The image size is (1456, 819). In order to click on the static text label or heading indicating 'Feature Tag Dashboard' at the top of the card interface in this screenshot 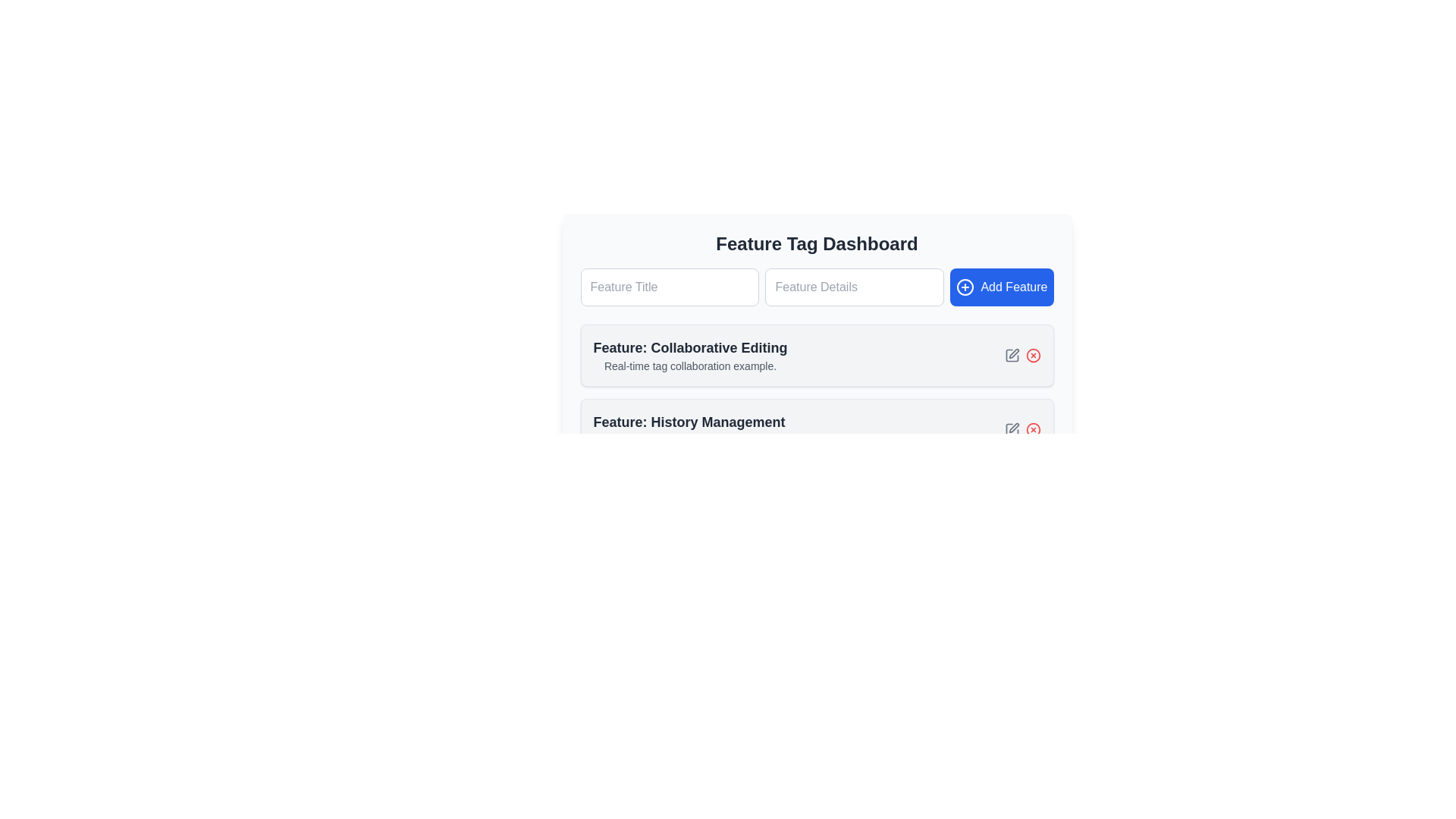, I will do `click(816, 243)`.